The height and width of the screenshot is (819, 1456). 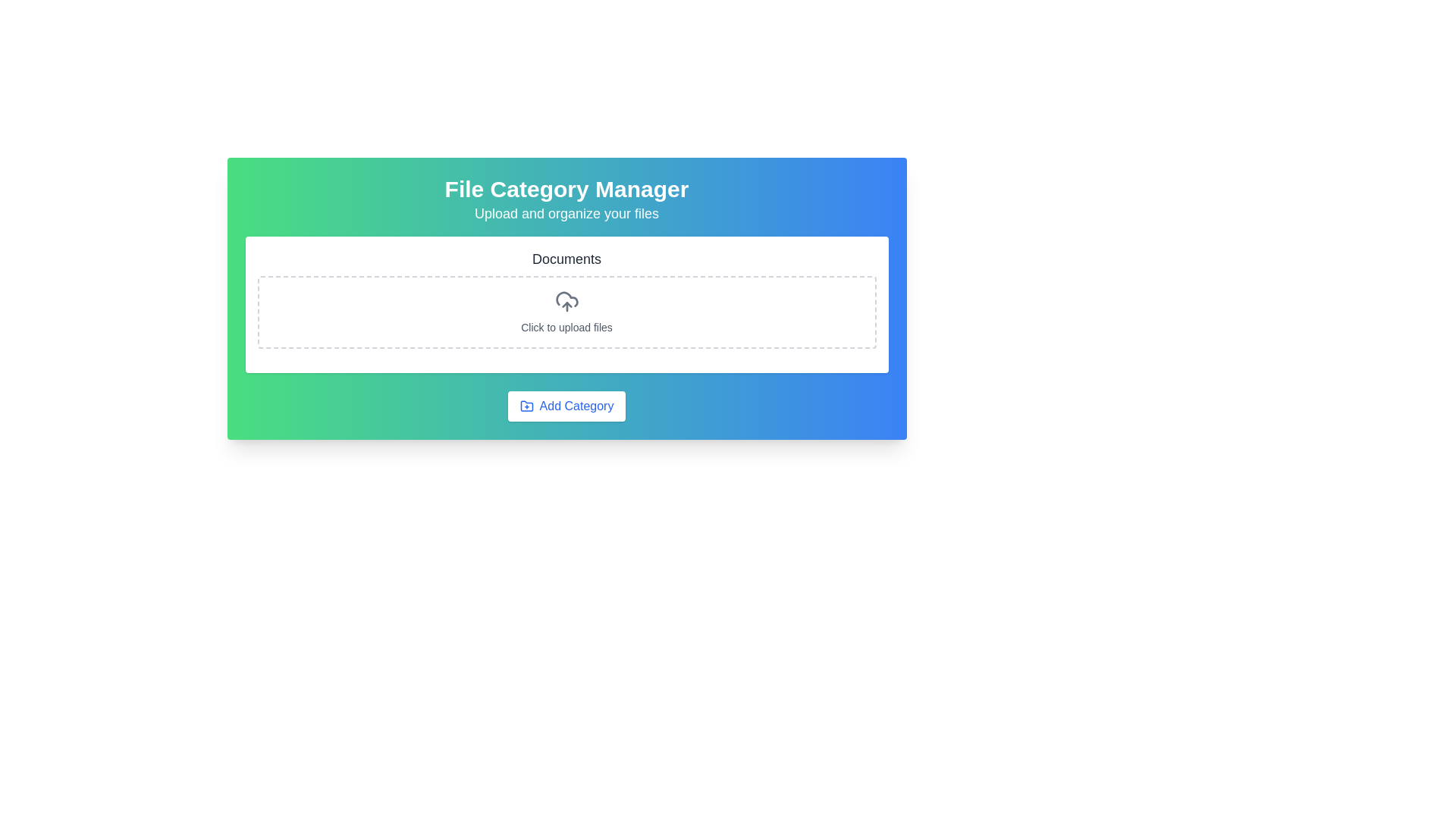 What do you see at coordinates (526, 406) in the screenshot?
I see `the 'Add Category' button that contains the icon on the left side of the text label` at bounding box center [526, 406].